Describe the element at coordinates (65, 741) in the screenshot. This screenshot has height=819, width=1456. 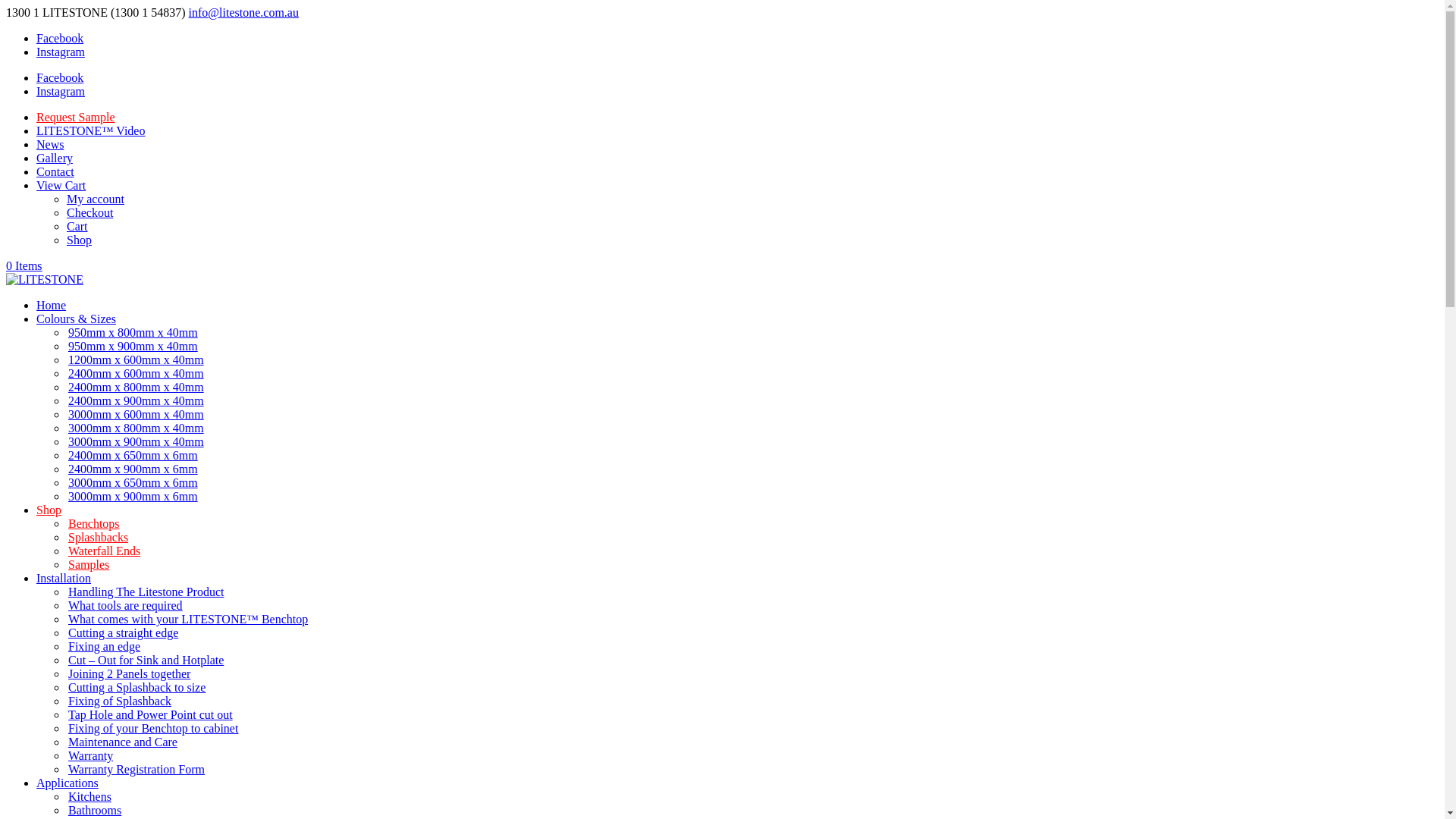
I see `'Maintenance and Care'` at that location.